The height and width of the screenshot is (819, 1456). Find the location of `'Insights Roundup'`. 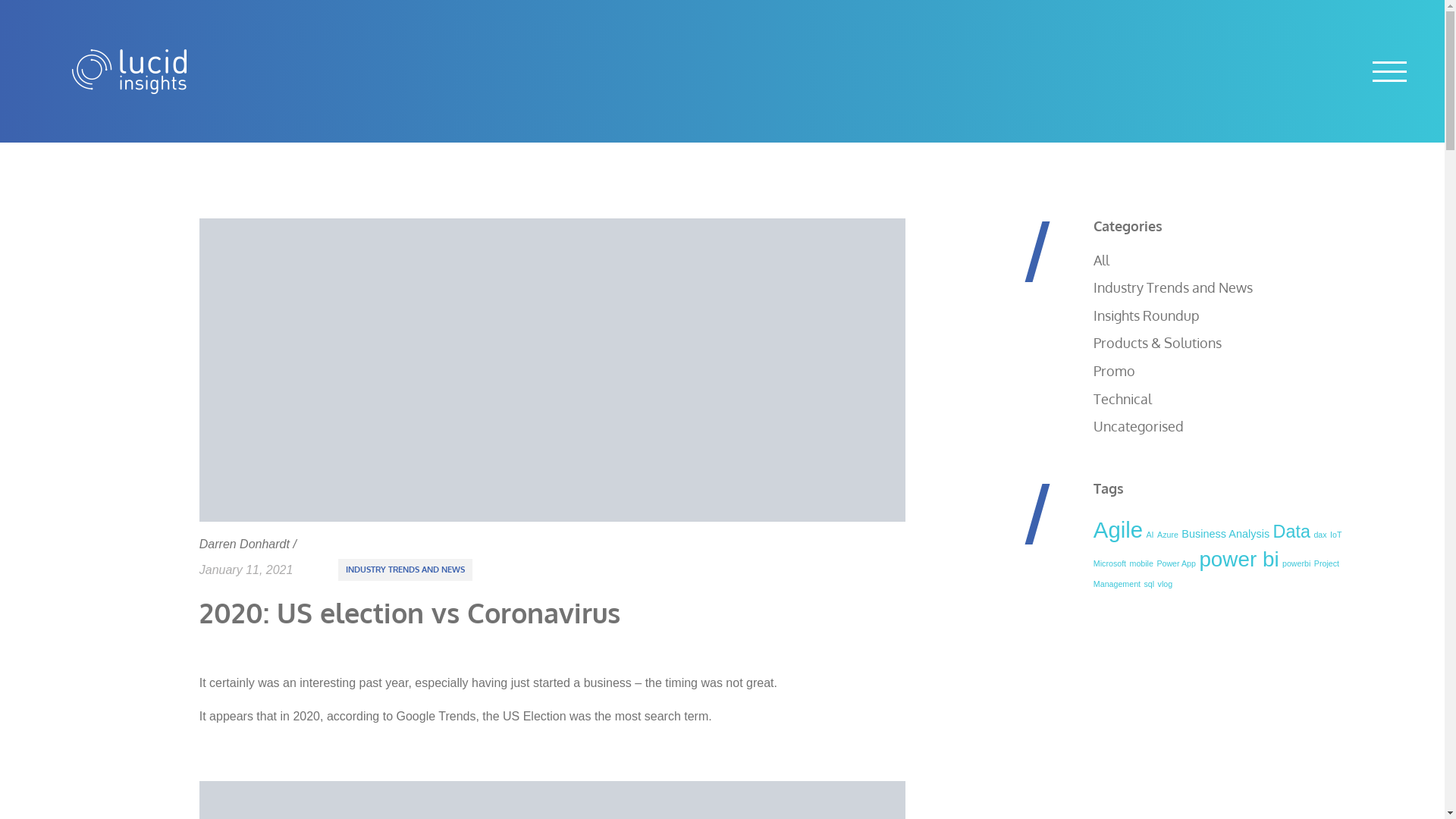

'Insights Roundup' is located at coordinates (1147, 315).